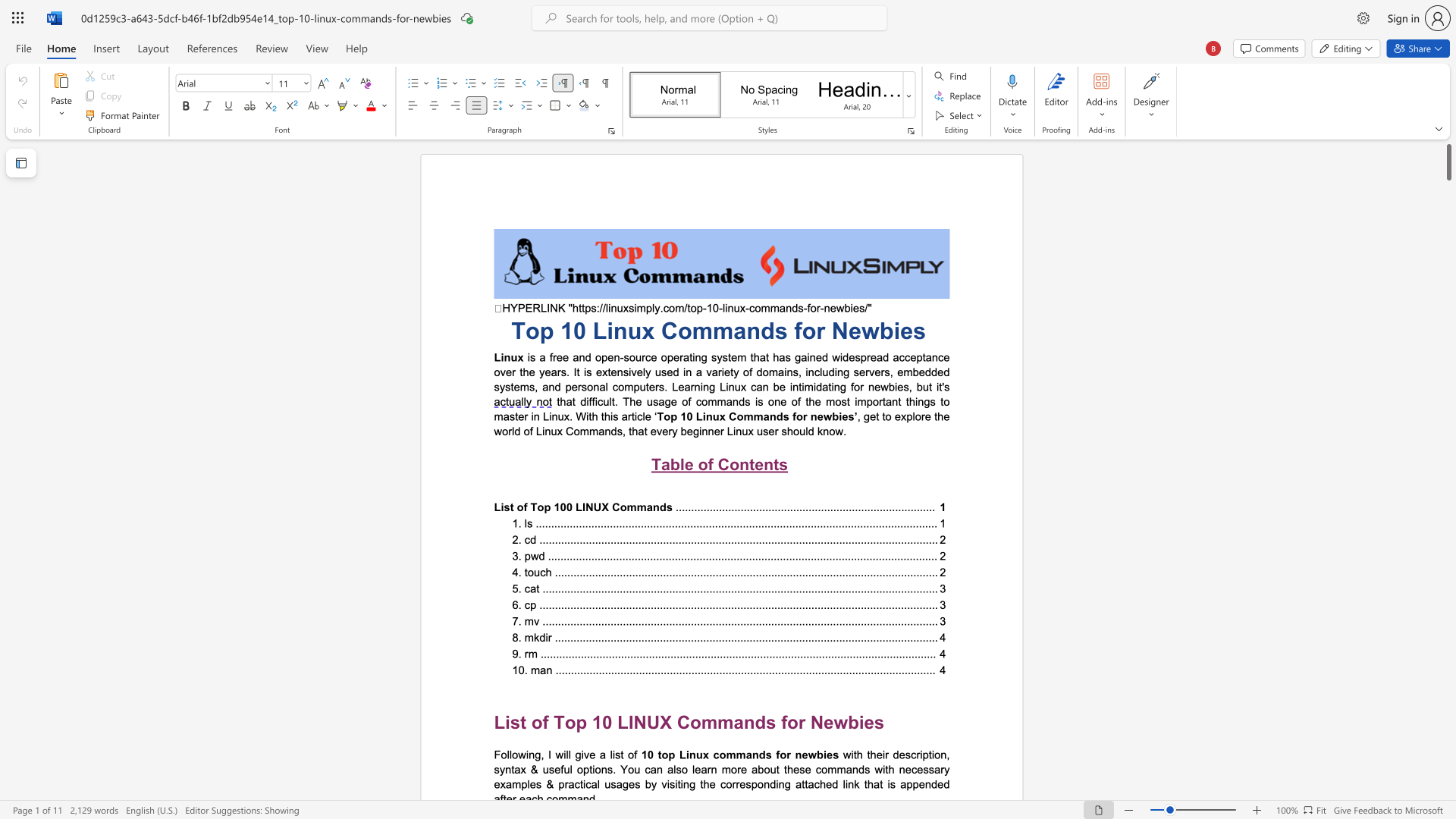  I want to click on the subset text "Newbies" within the text "Top 10 Linux Commands for Newbies", so click(830, 330).